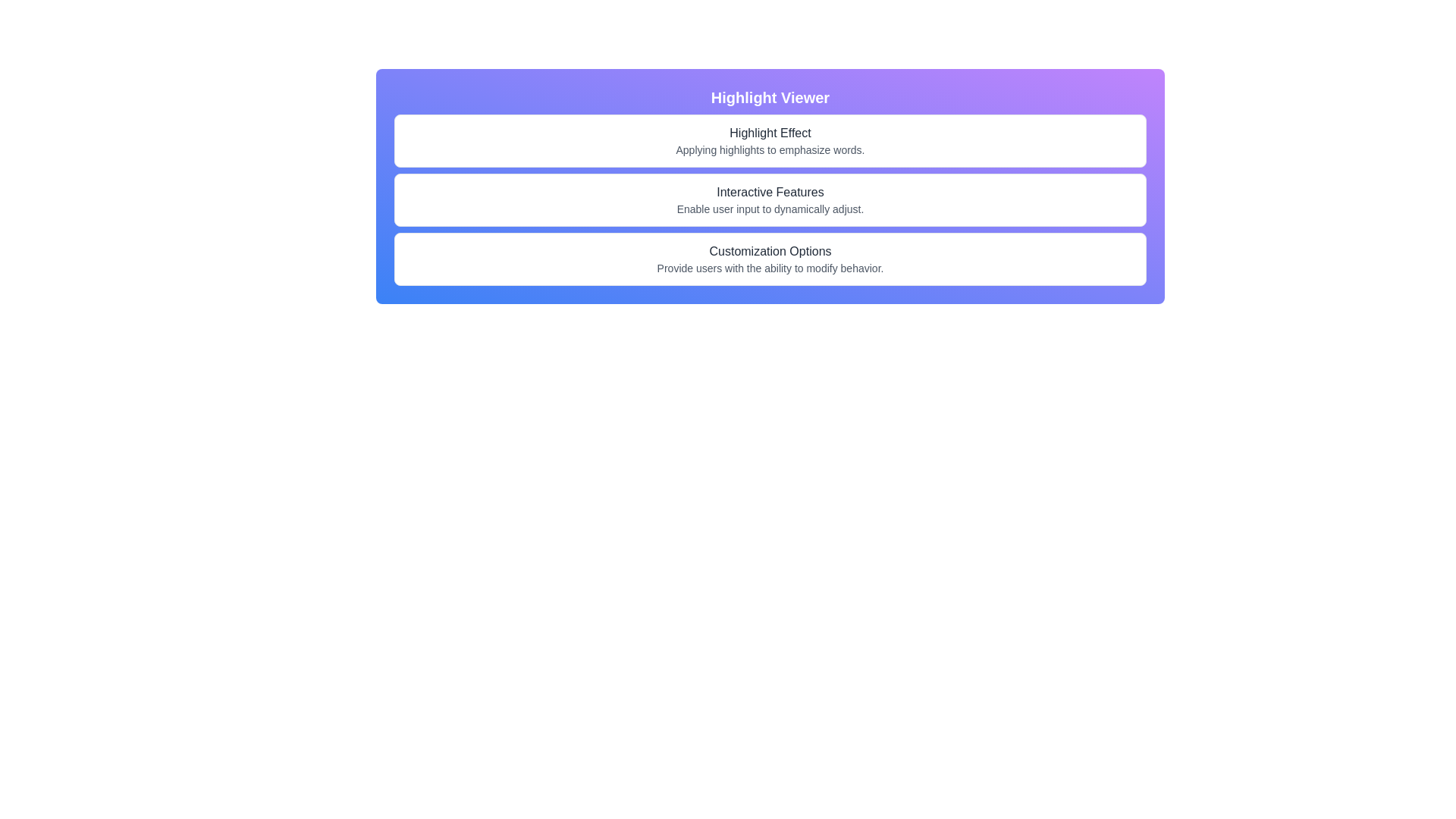  Describe the element at coordinates (770, 209) in the screenshot. I see `the text element that reads 'Enable user input to dynamically adjust.' which is styled in a smaller gray font and positioned below the bold header 'Interactive Features.'` at that location.